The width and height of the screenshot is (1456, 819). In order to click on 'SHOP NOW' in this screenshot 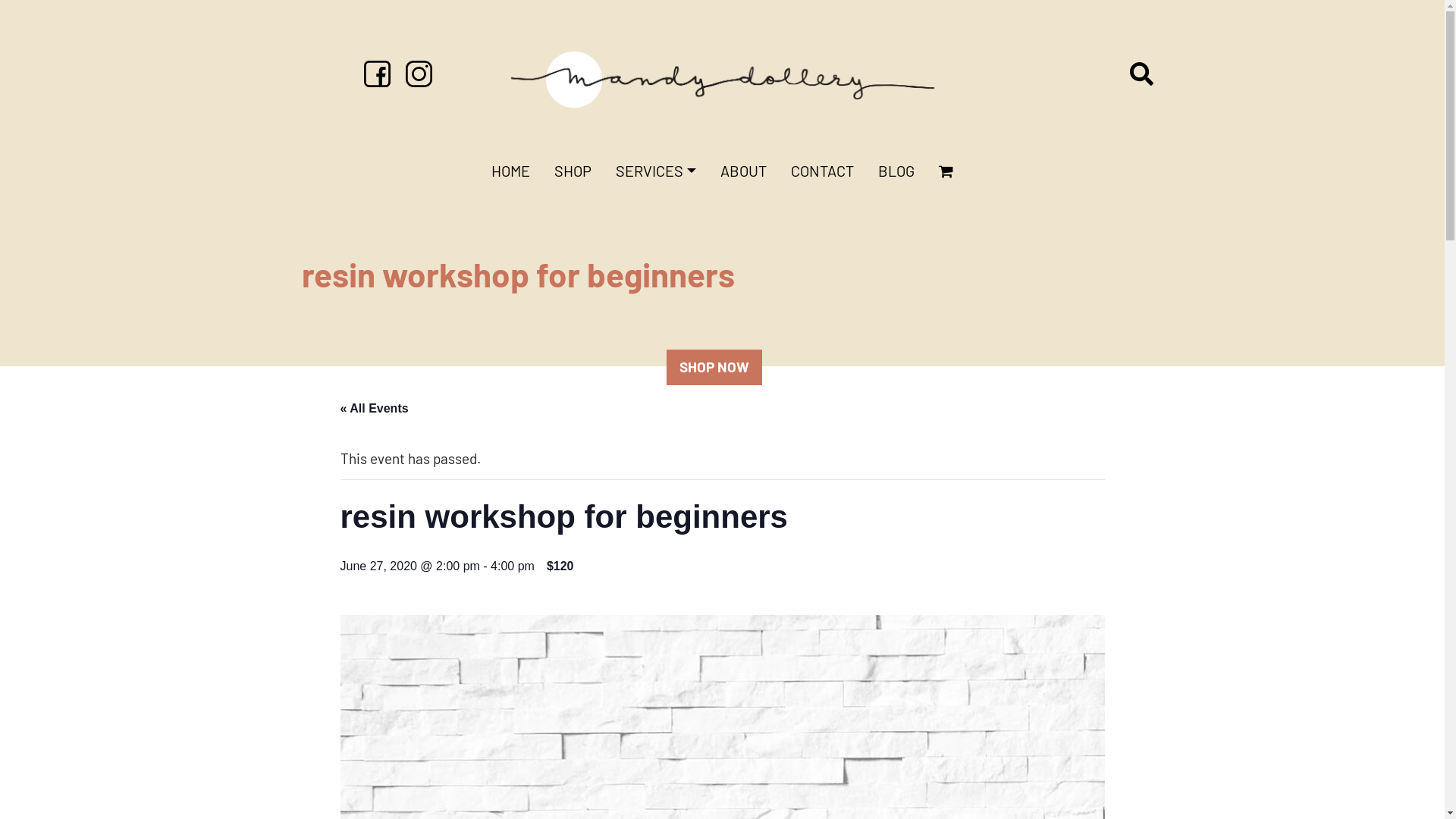, I will do `click(713, 367)`.